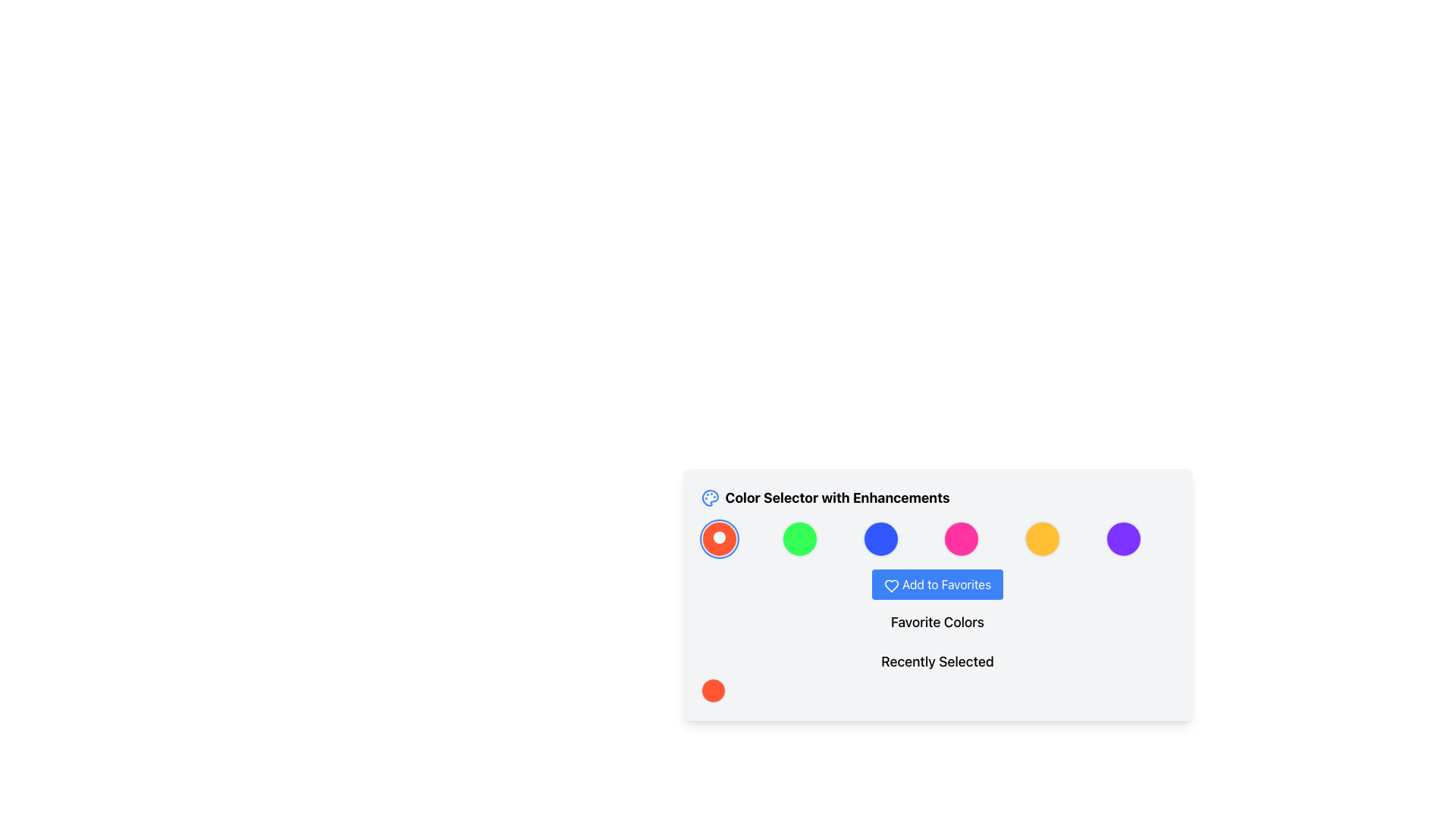  Describe the element at coordinates (937, 538) in the screenshot. I see `the grid layout element containing six circular color buttons, specifically the one highlighted in blue and red` at that location.